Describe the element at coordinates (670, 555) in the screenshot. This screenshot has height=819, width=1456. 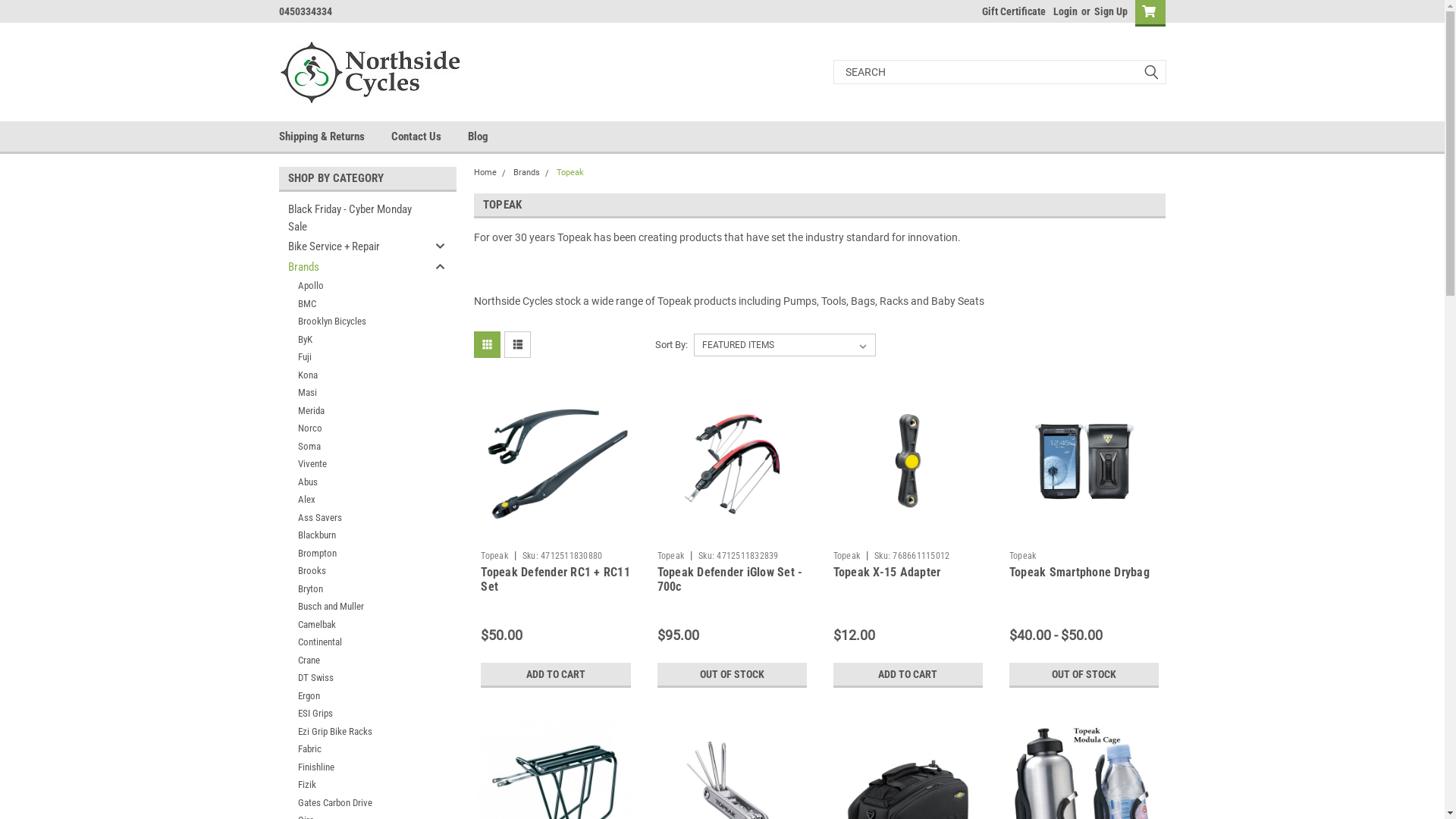
I see `'Topeak'` at that location.